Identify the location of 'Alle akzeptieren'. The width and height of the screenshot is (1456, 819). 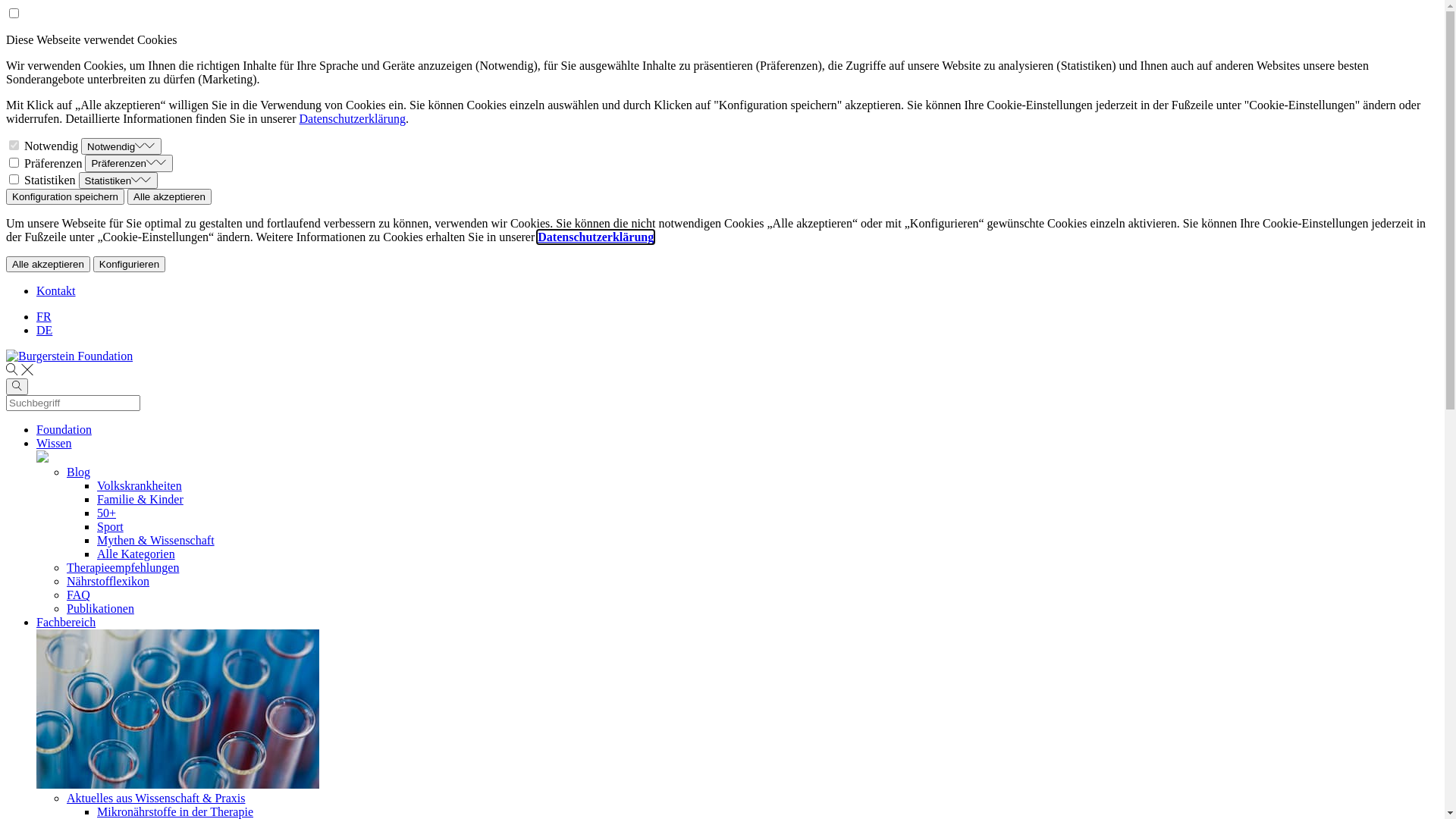
(169, 196).